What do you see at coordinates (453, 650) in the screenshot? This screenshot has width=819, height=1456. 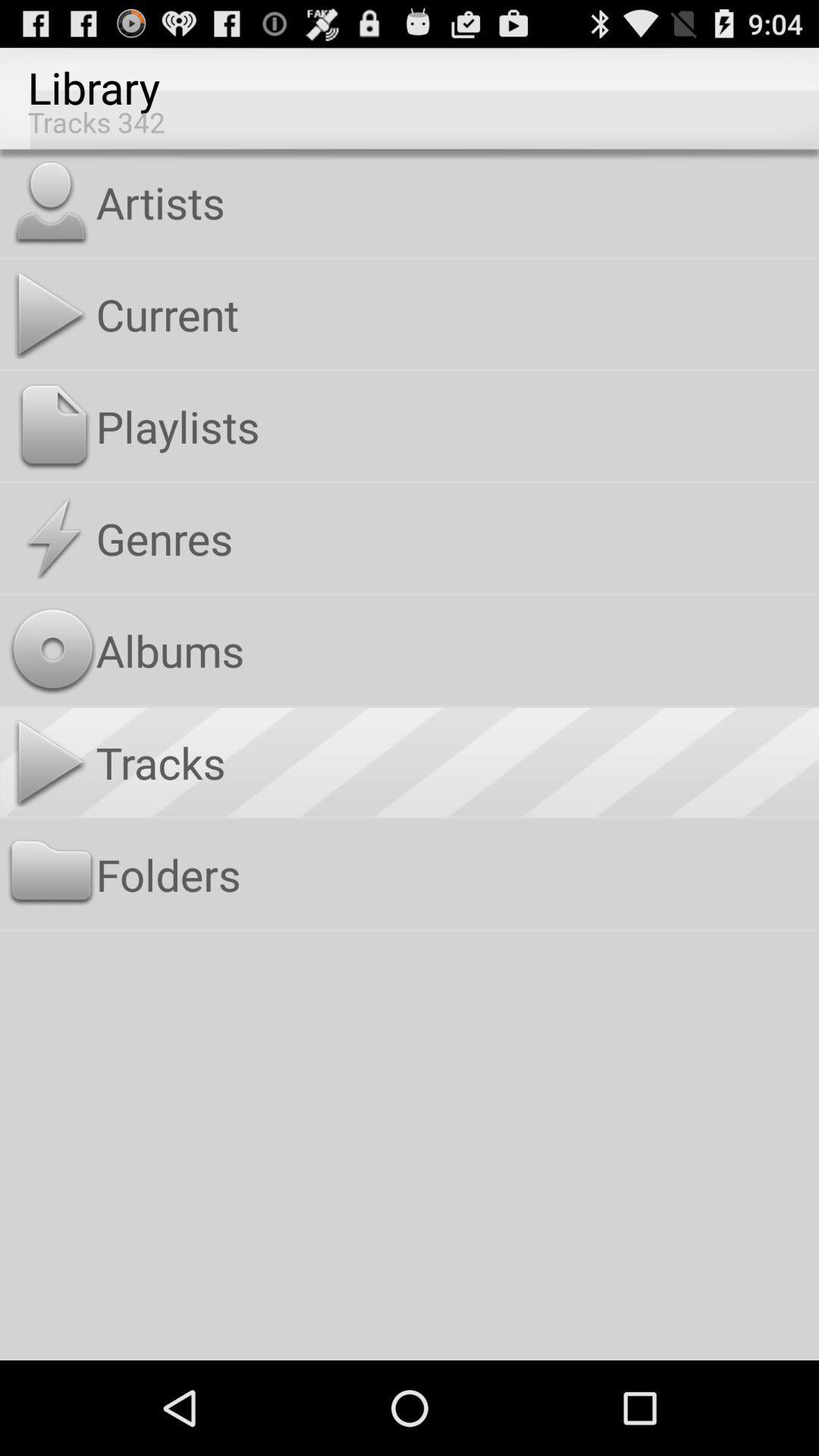 I see `the albums icon` at bounding box center [453, 650].